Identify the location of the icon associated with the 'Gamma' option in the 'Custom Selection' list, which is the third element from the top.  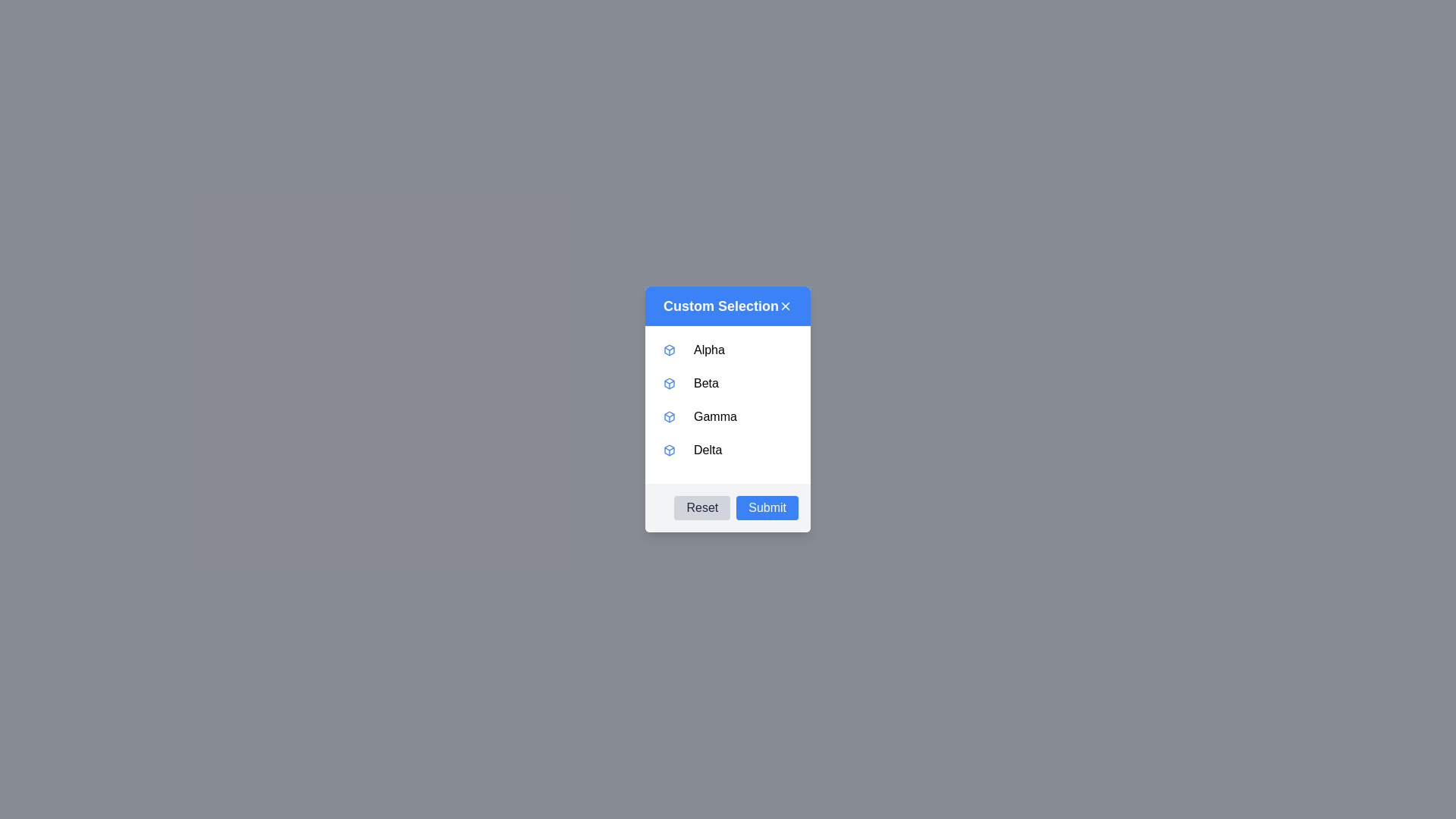
(669, 417).